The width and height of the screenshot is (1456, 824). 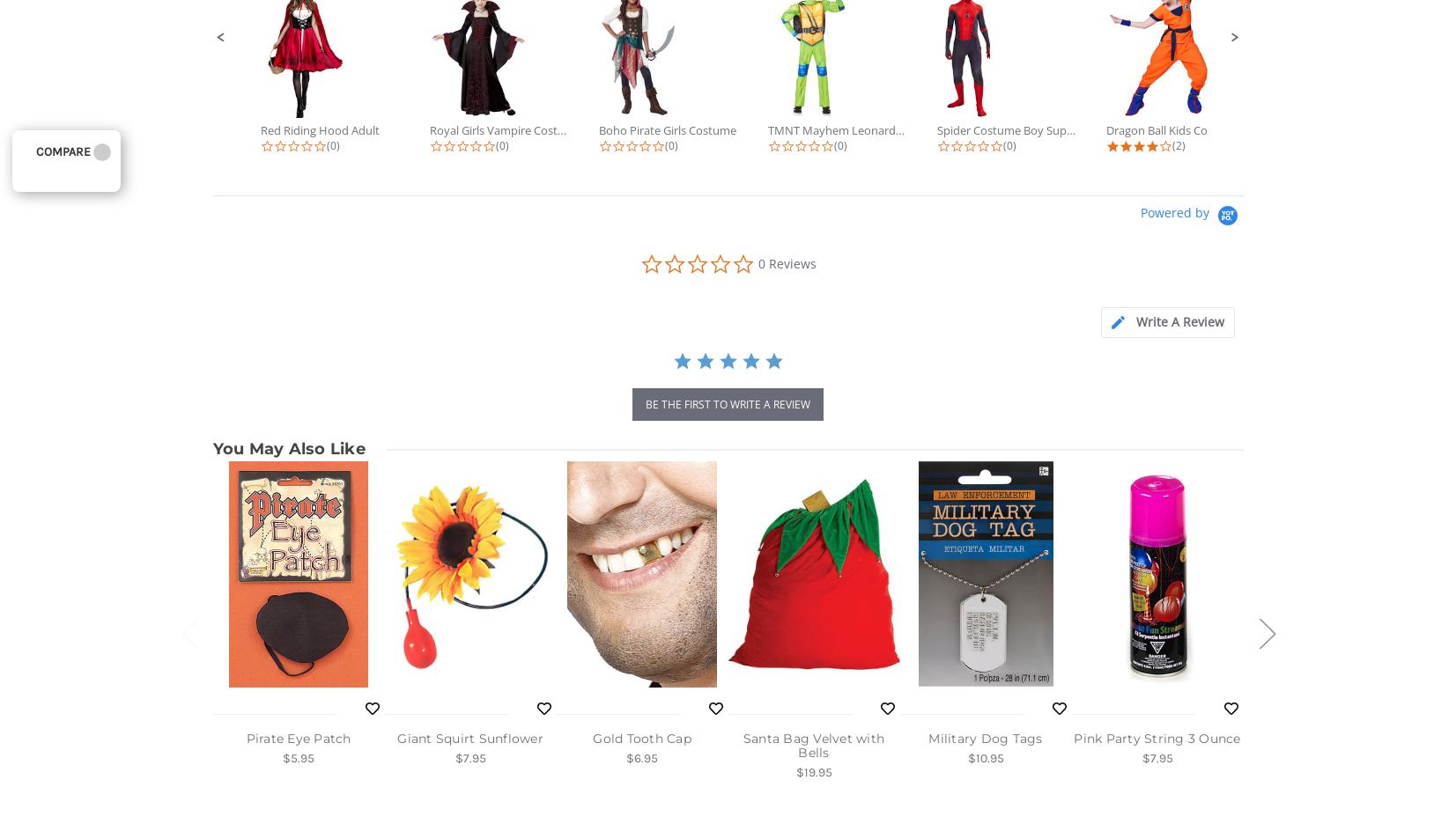 I want to click on 'Red Riding Hood Adult', so click(x=318, y=129).